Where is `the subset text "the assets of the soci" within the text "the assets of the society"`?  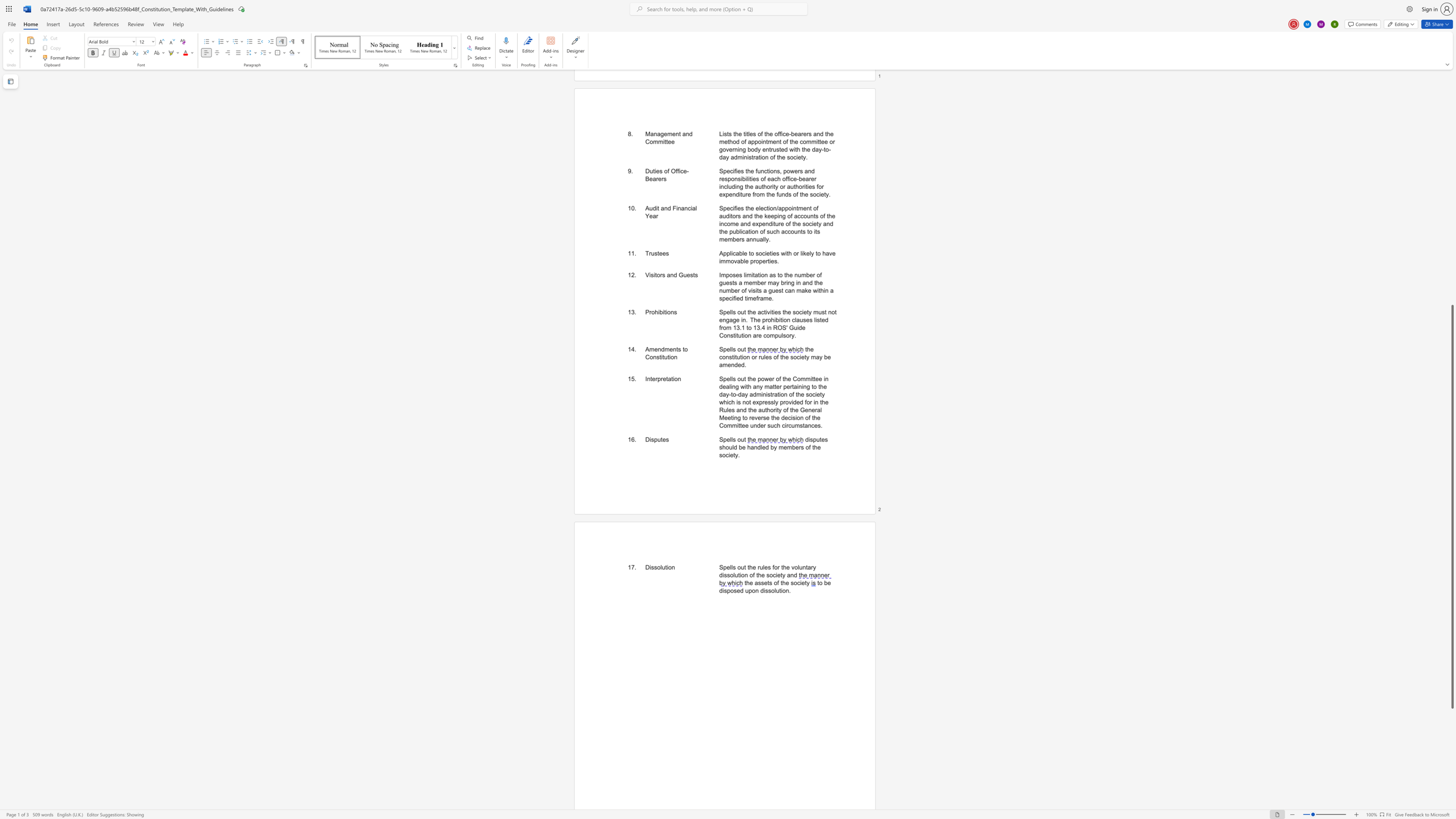 the subset text "the assets of the soci" within the text "the assets of the society" is located at coordinates (744, 583).